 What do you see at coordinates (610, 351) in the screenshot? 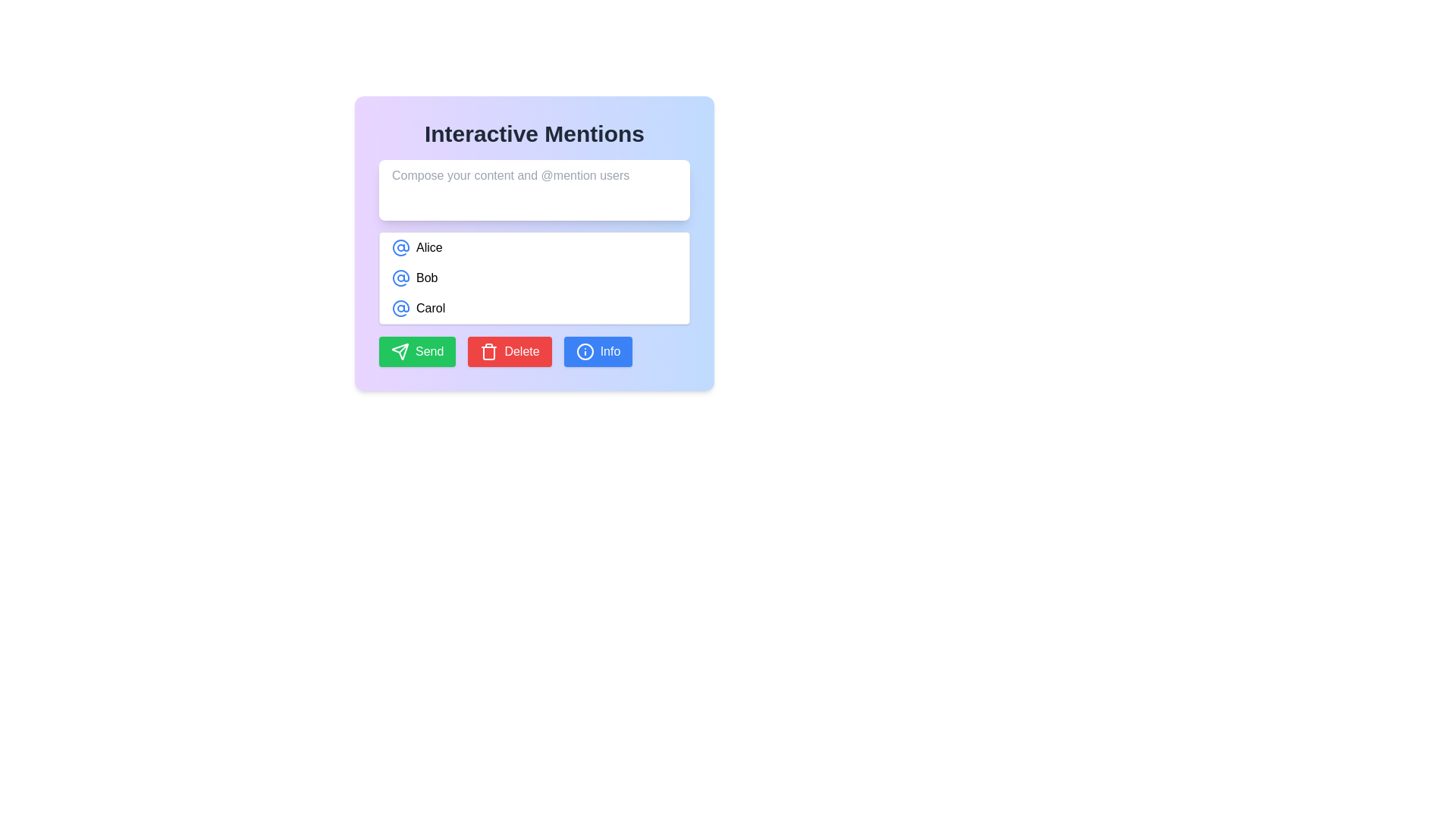
I see `the text label displaying 'Info' in white font on a blue background, located at the rightmost side of the button group at the bottom of the user interface panel` at bounding box center [610, 351].